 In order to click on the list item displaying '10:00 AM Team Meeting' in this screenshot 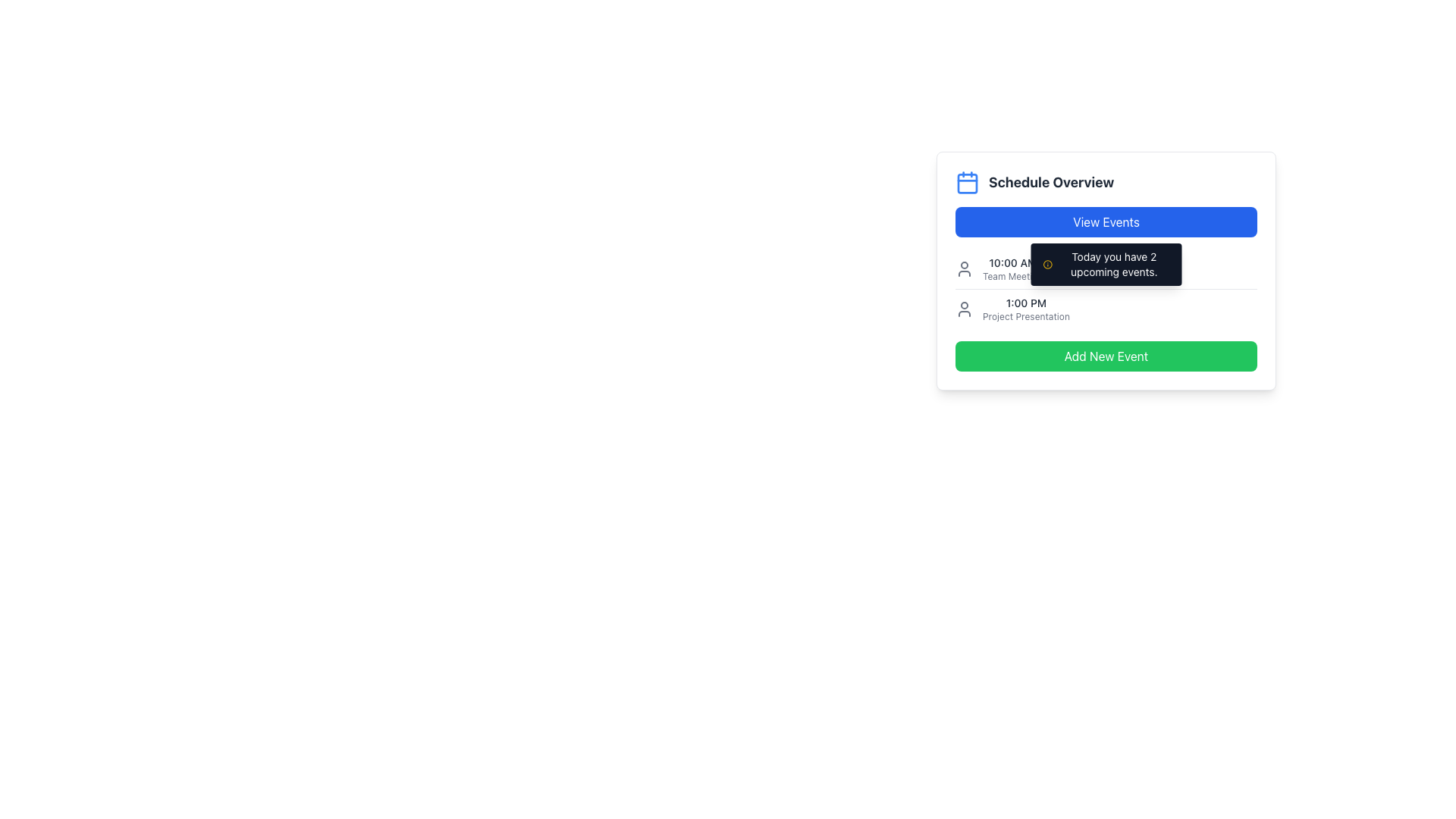, I will do `click(1106, 268)`.